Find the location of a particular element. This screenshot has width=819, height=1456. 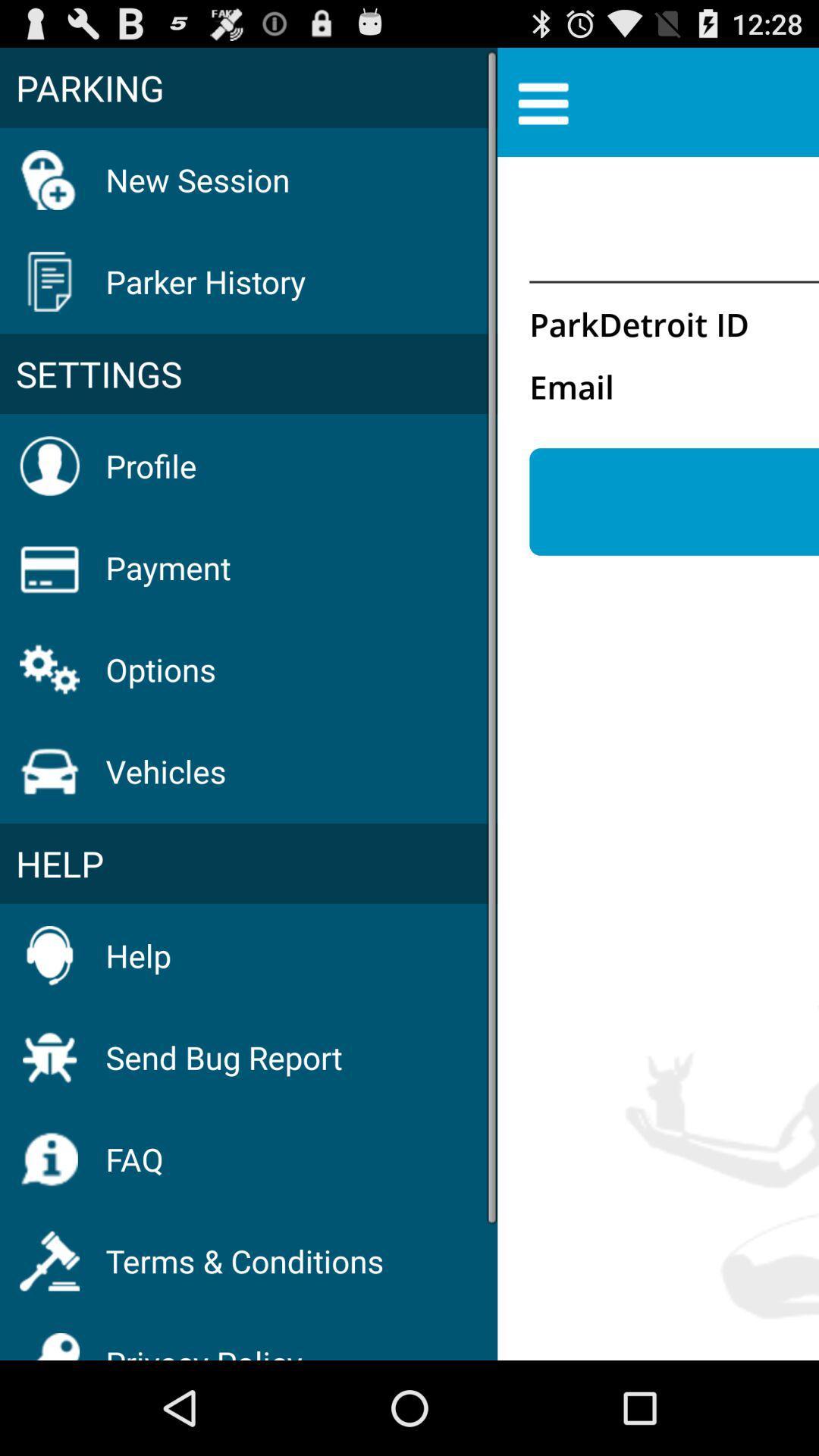

icon below the help item is located at coordinates (224, 1056).